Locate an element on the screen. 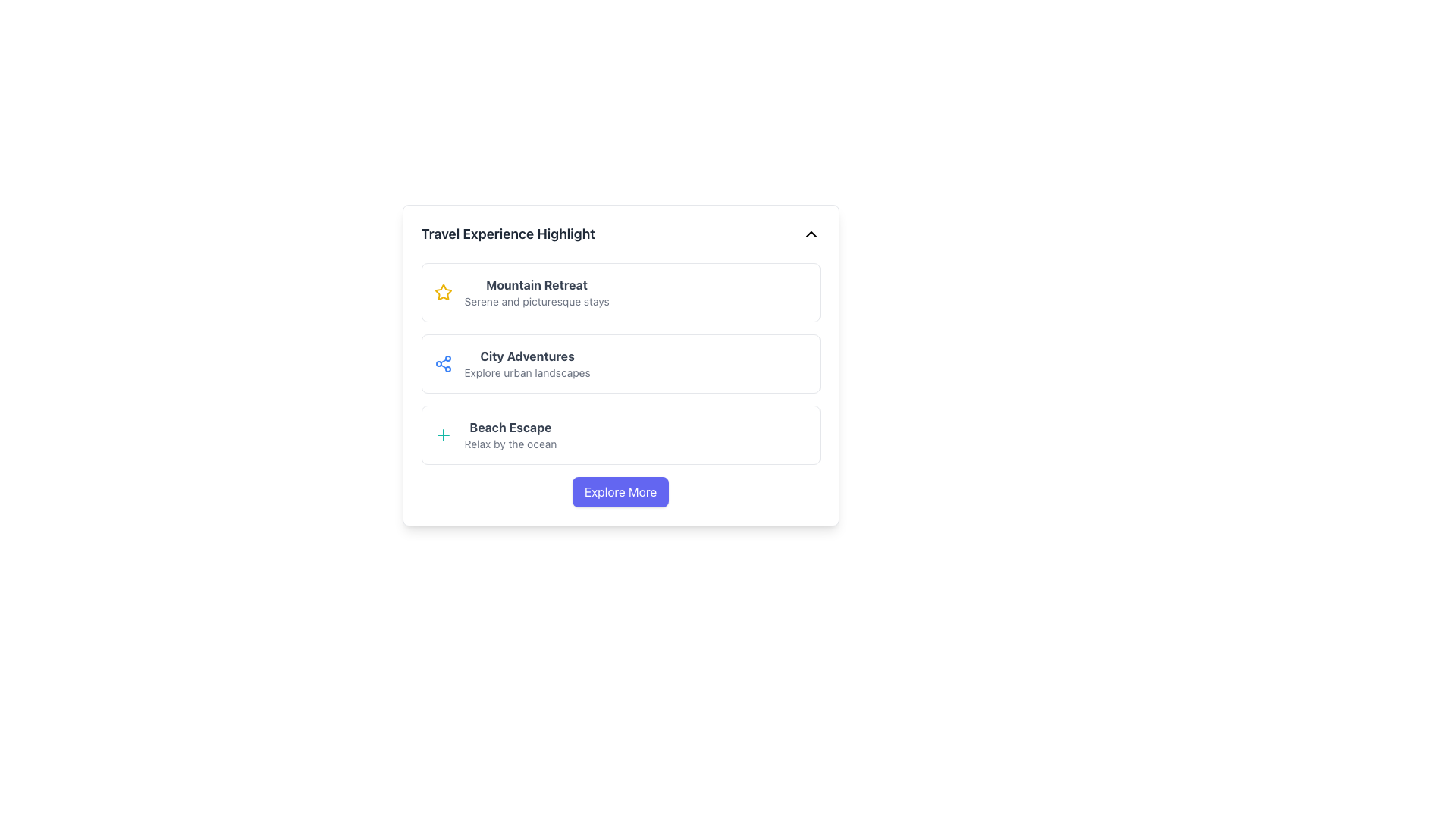 The width and height of the screenshot is (1456, 819). text element titled 'City Adventures' which includes the subtitle 'Explore urban landscapes', located in the second card of a vertical list is located at coordinates (527, 363).